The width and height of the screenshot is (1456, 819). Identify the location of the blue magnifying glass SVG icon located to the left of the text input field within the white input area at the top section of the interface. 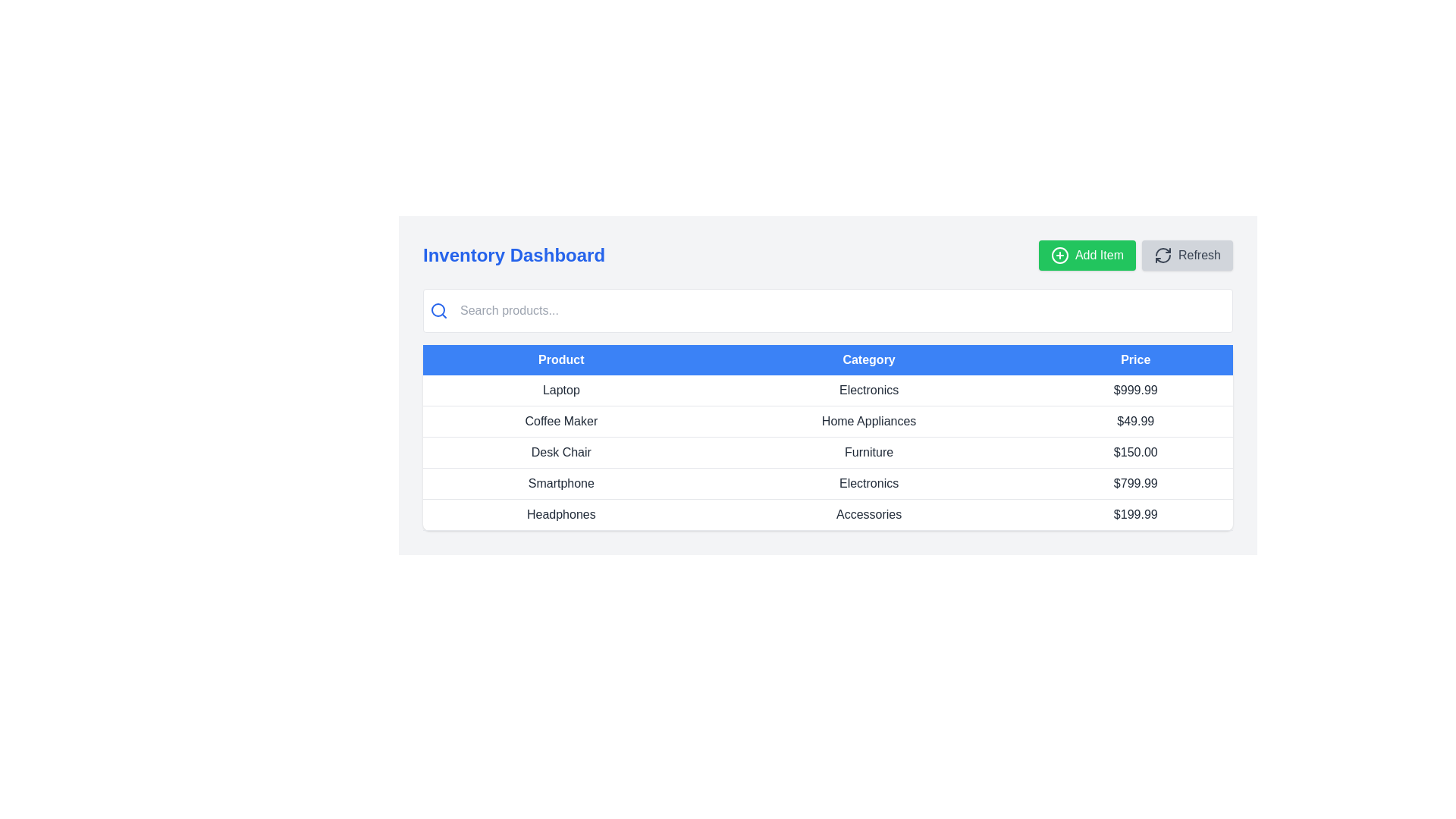
(438, 309).